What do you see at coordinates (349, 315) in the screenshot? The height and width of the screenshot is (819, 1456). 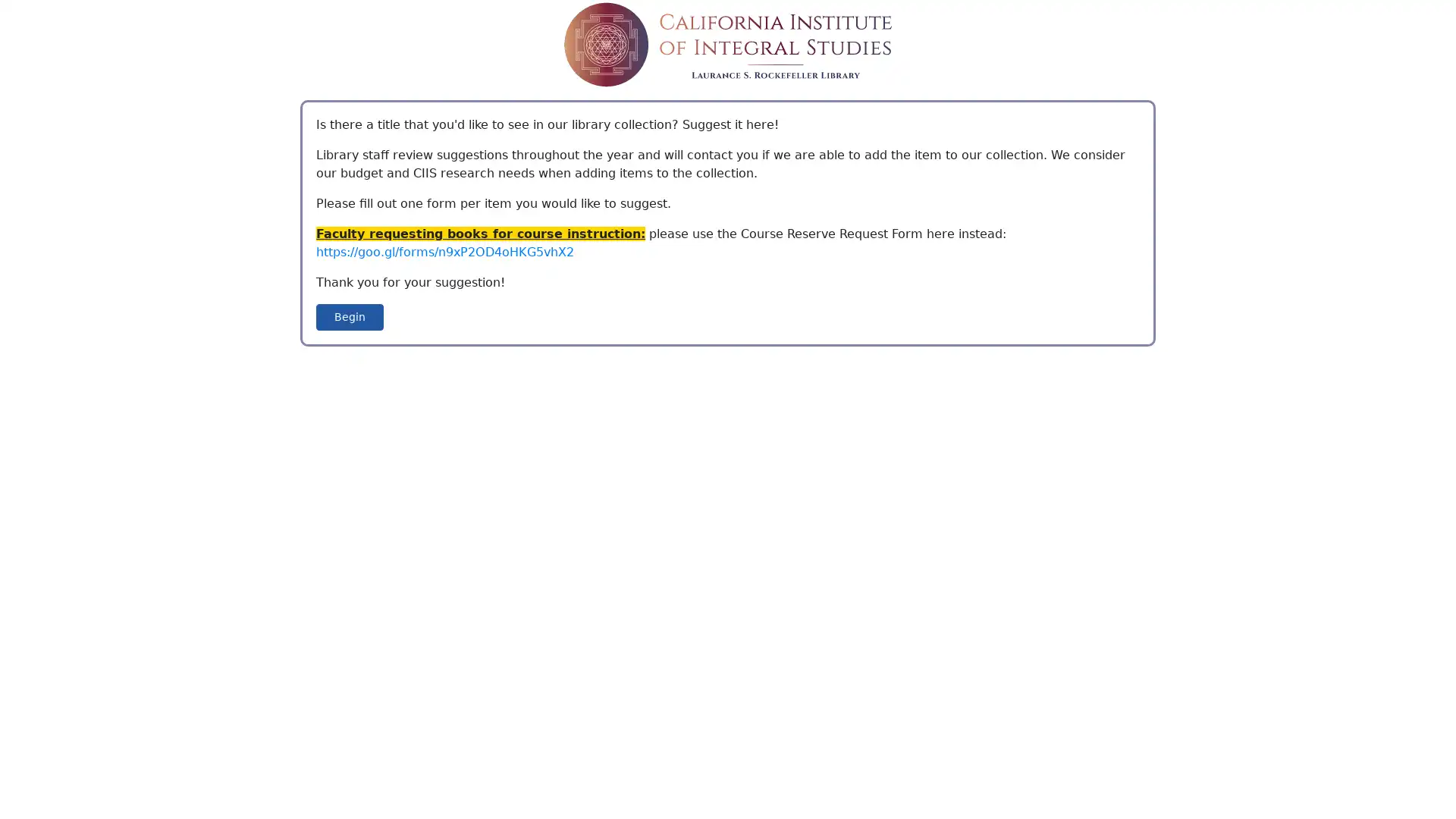 I see `Begin` at bounding box center [349, 315].